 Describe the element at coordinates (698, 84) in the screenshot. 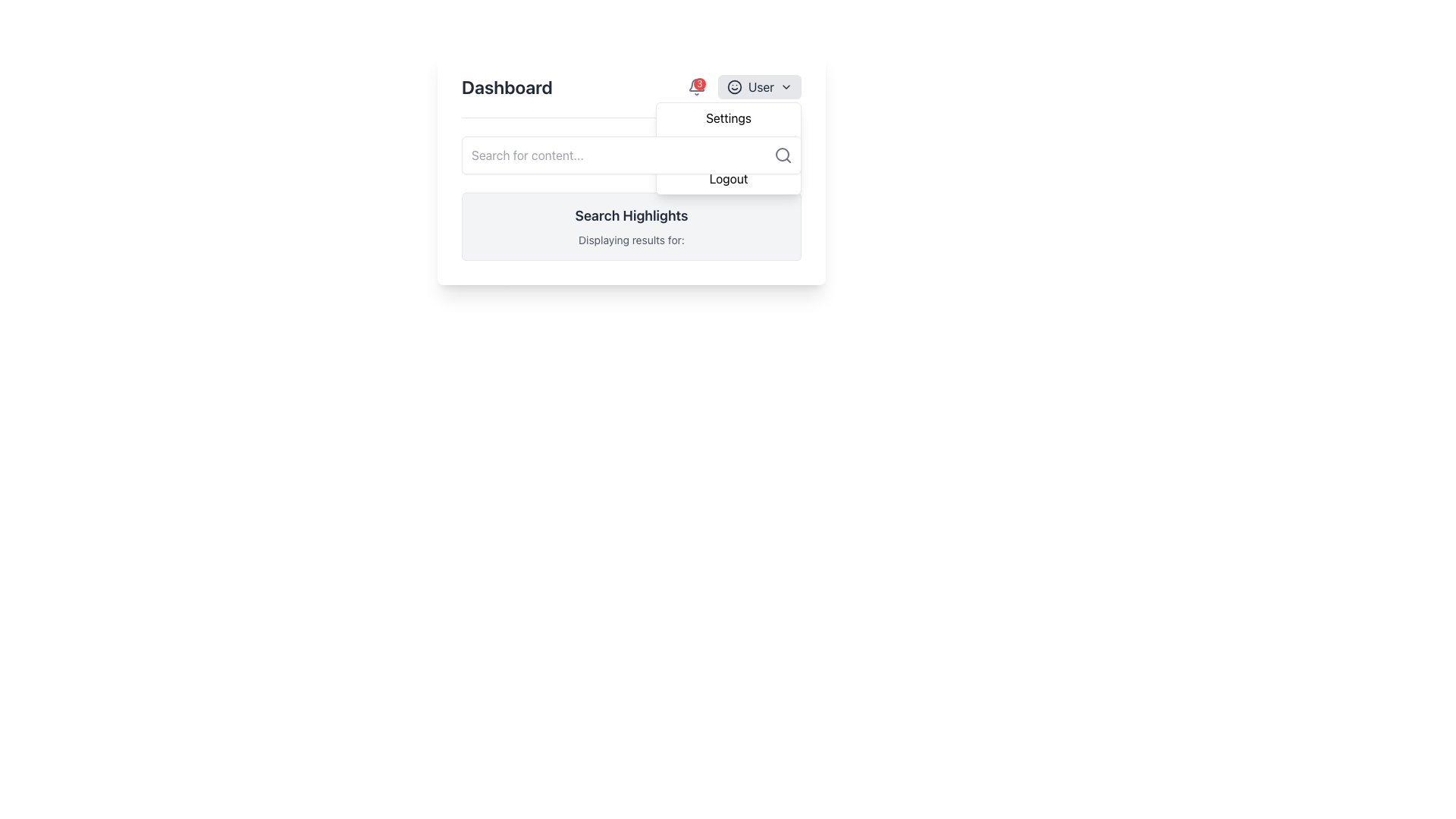

I see `the Notification Badge featuring a red background with a white numeral '3', located at the top-right corner of the bell icon` at that location.